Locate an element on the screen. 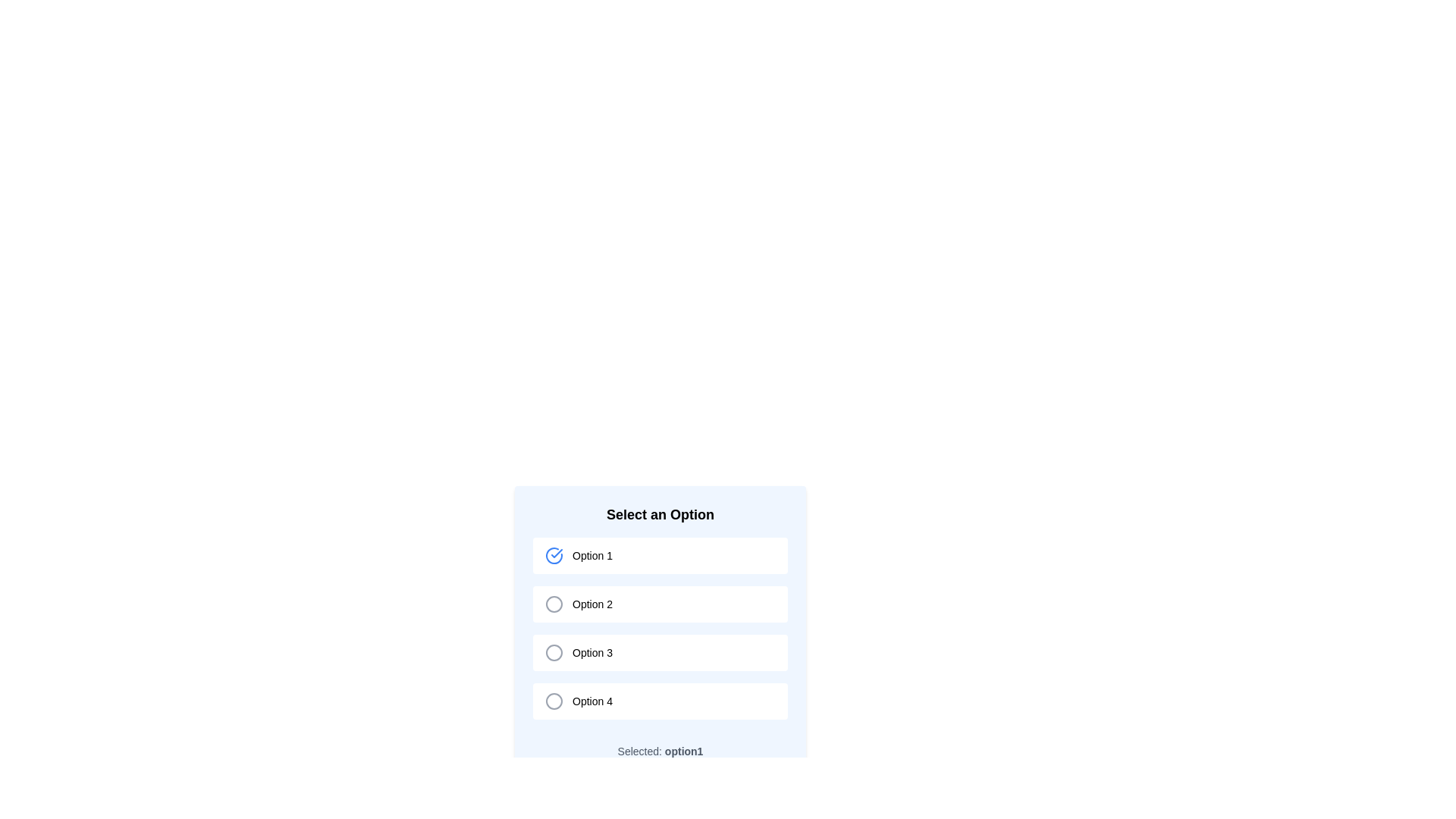 The height and width of the screenshot is (819, 1456). the blue circle with a white checkmark inside, indicating a selected state, located on the far left side of the 'Option 1' list item is located at coordinates (553, 555).